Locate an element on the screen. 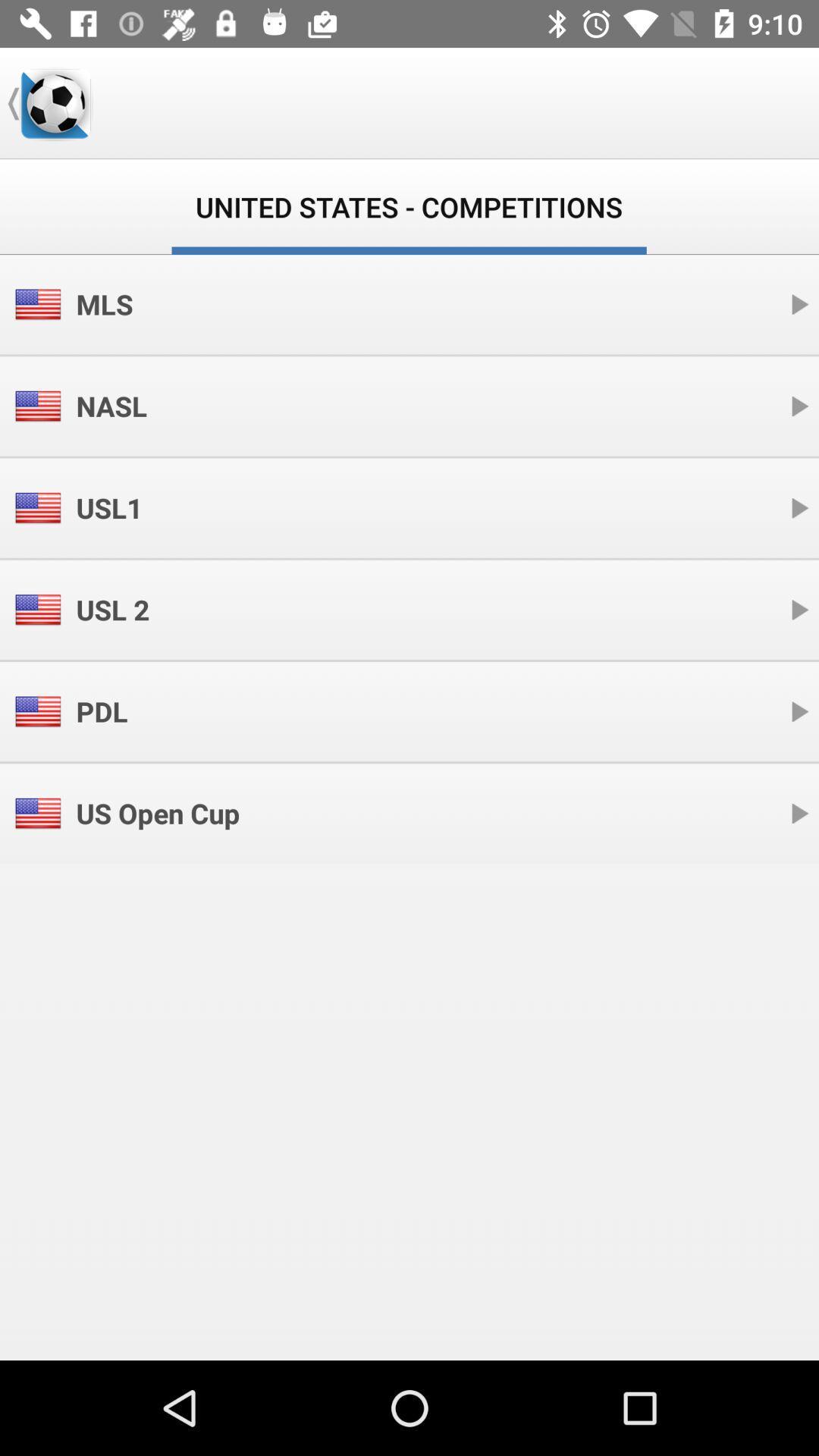 The height and width of the screenshot is (1456, 819). item below the usl 2 is located at coordinates (102, 711).